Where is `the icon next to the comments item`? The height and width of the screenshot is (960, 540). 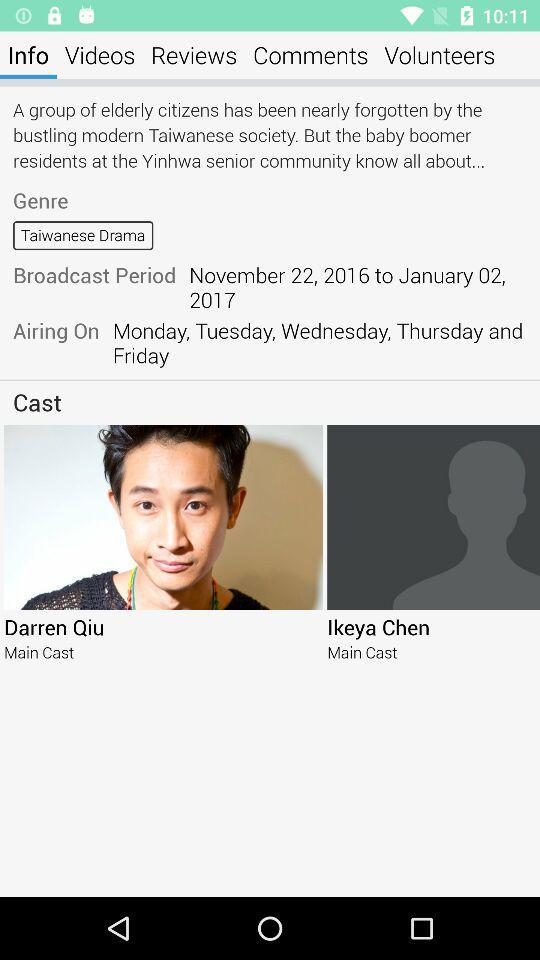 the icon next to the comments item is located at coordinates (438, 54).